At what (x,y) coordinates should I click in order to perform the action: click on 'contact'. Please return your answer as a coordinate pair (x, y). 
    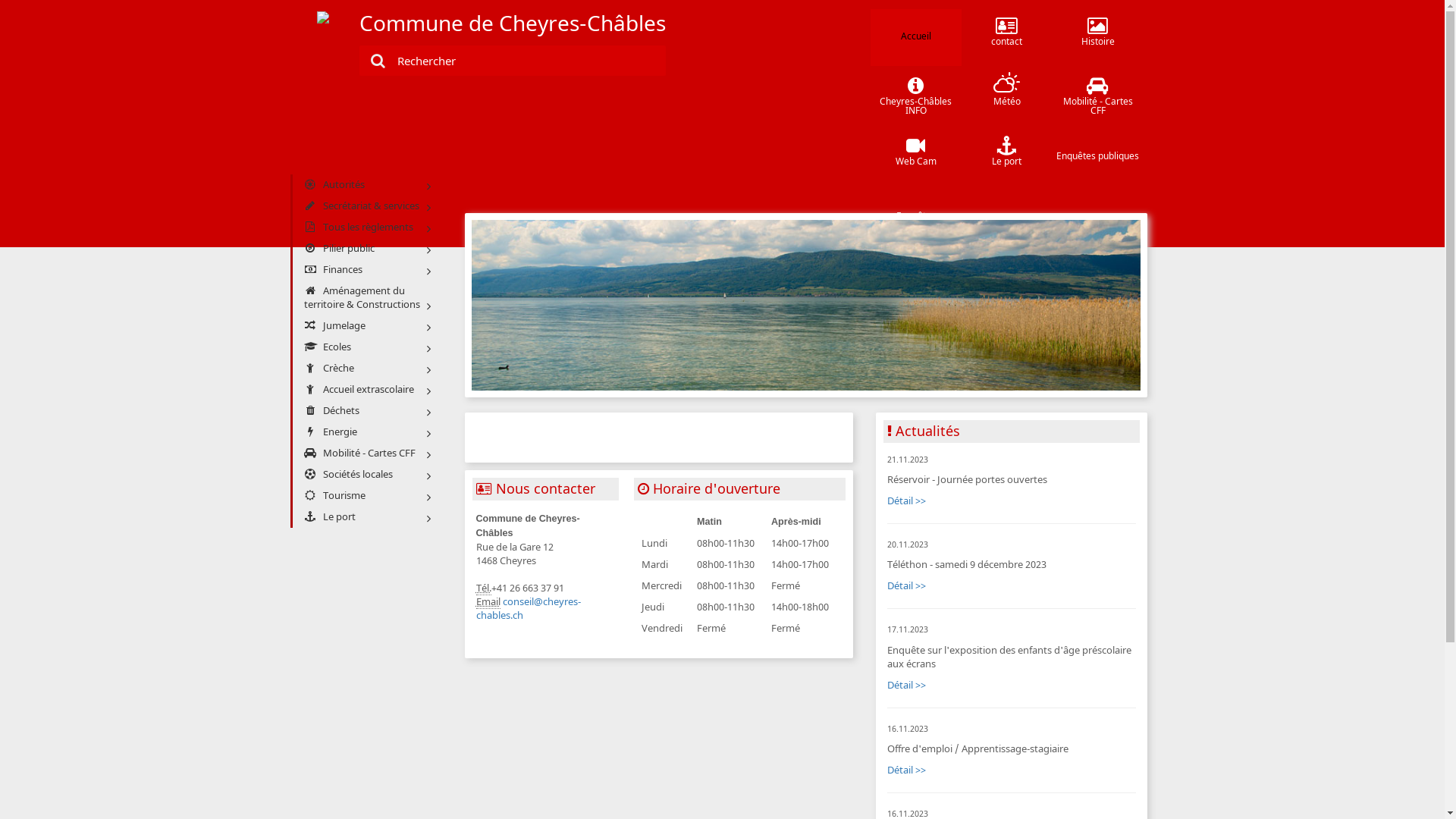
    Looking at the image, I should click on (1007, 36).